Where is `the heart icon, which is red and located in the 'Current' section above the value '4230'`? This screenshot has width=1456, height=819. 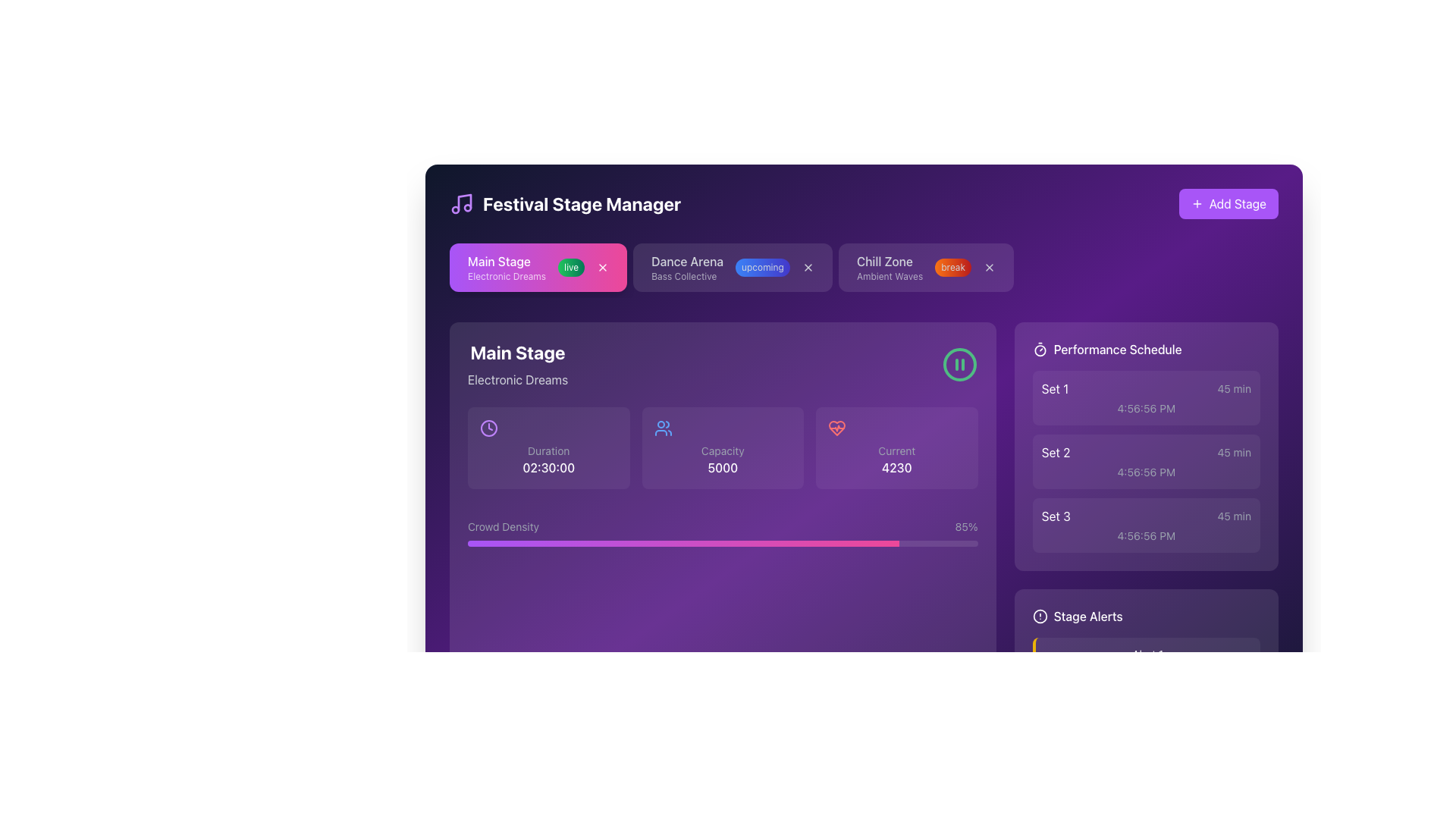
the heart icon, which is red and located in the 'Current' section above the value '4230' is located at coordinates (836, 428).